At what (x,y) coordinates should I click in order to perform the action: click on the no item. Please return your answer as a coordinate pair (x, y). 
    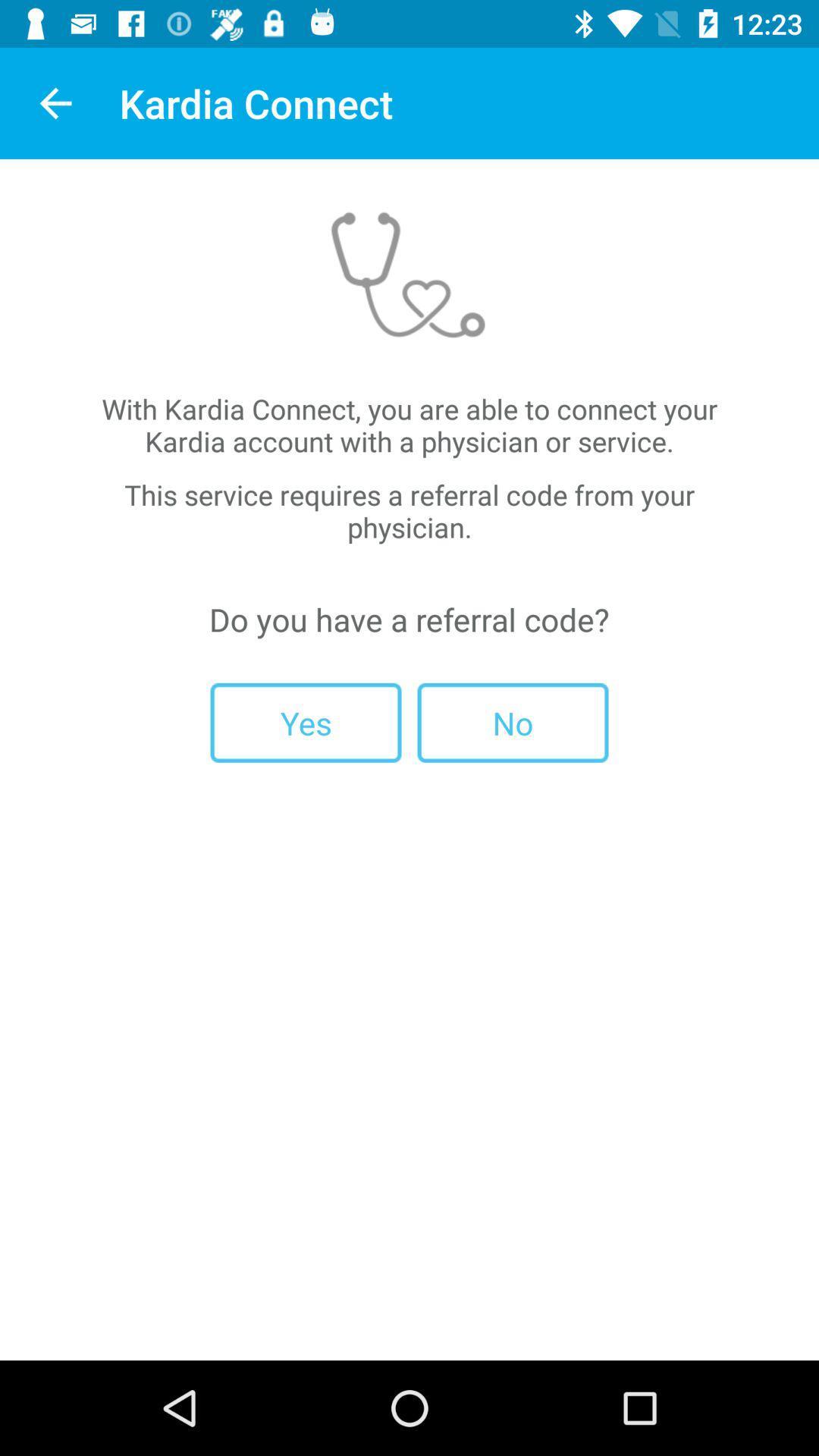
    Looking at the image, I should click on (512, 722).